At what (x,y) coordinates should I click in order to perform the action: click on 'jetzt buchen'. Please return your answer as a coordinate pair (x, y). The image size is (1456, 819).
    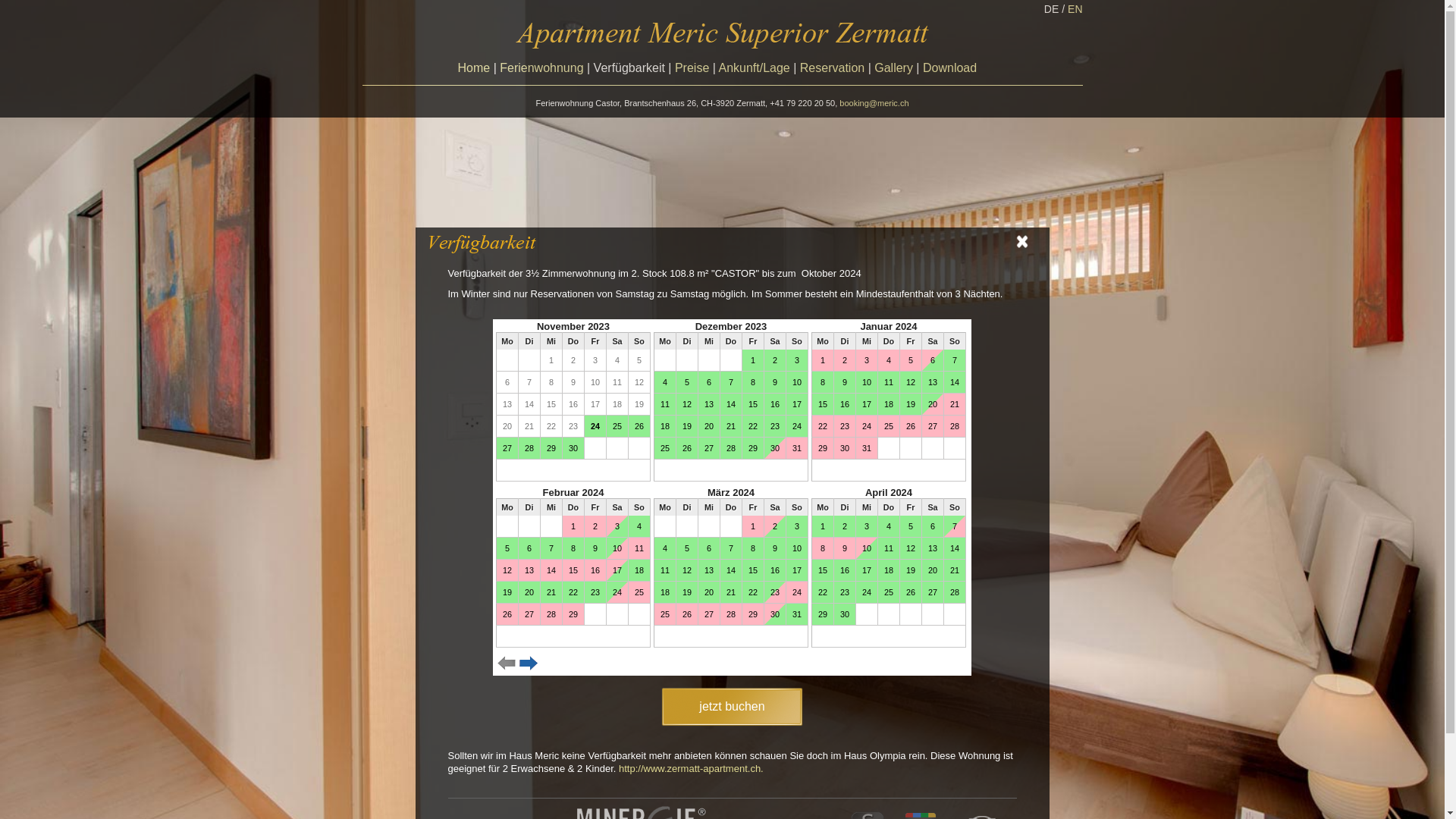
    Looking at the image, I should click on (731, 706).